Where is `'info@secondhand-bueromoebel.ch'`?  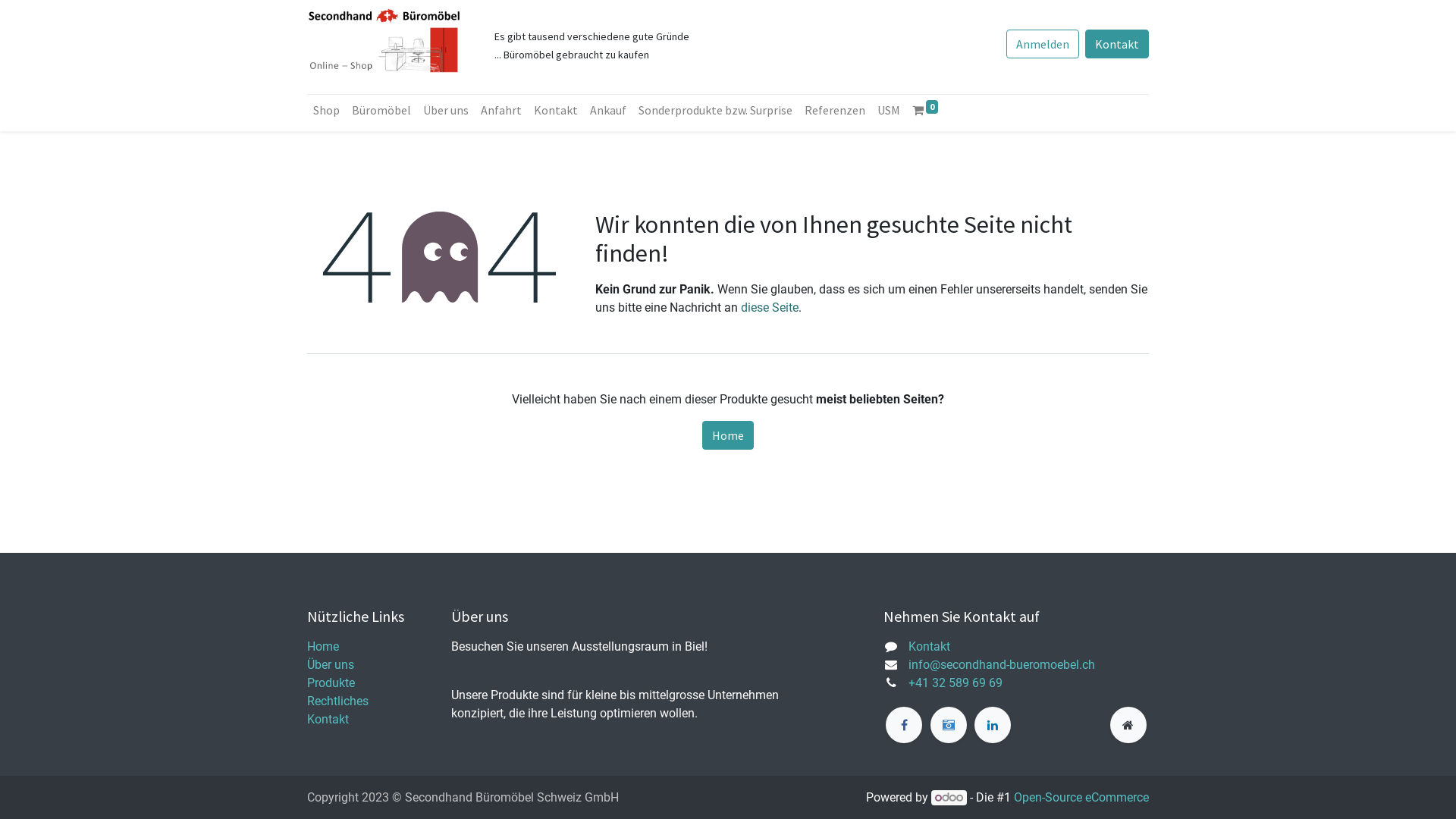
'info@secondhand-bueromoebel.ch' is located at coordinates (1001, 664).